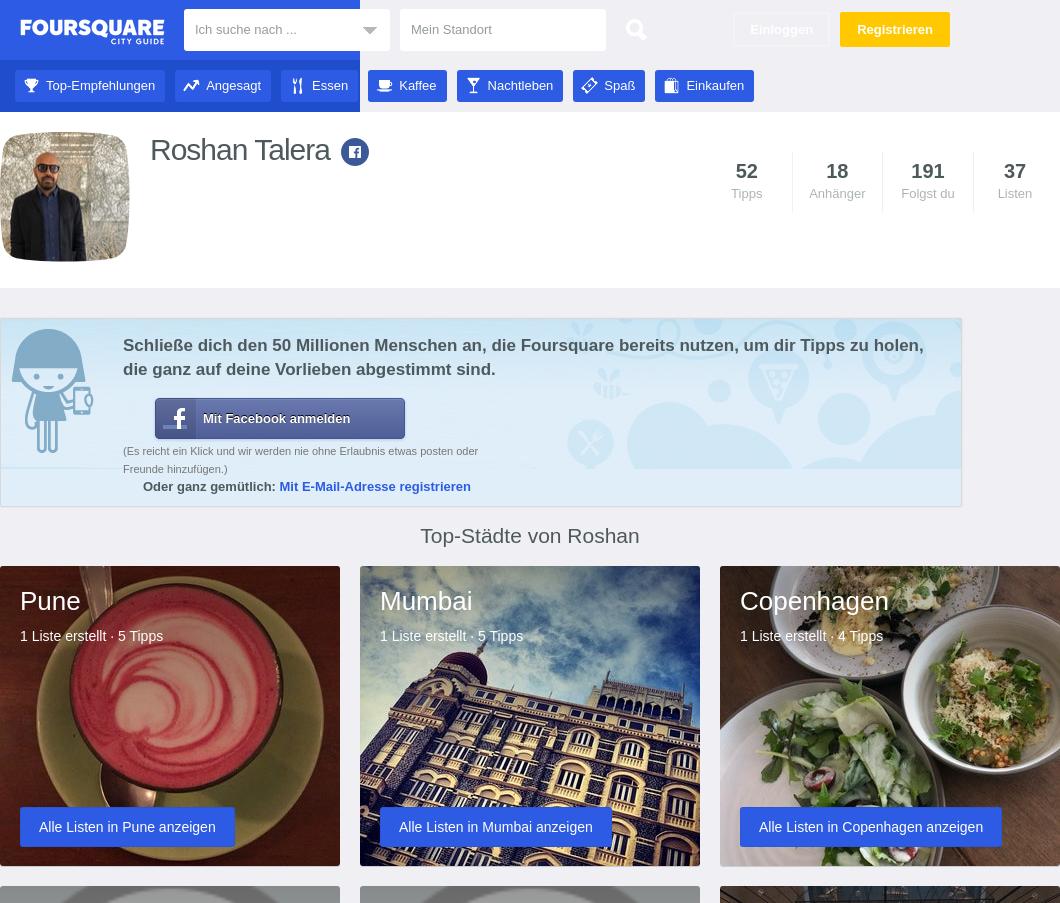 The height and width of the screenshot is (903, 1060). Describe the element at coordinates (494, 824) in the screenshot. I see `'Alle Listen in Mumbai anzeigen'` at that location.